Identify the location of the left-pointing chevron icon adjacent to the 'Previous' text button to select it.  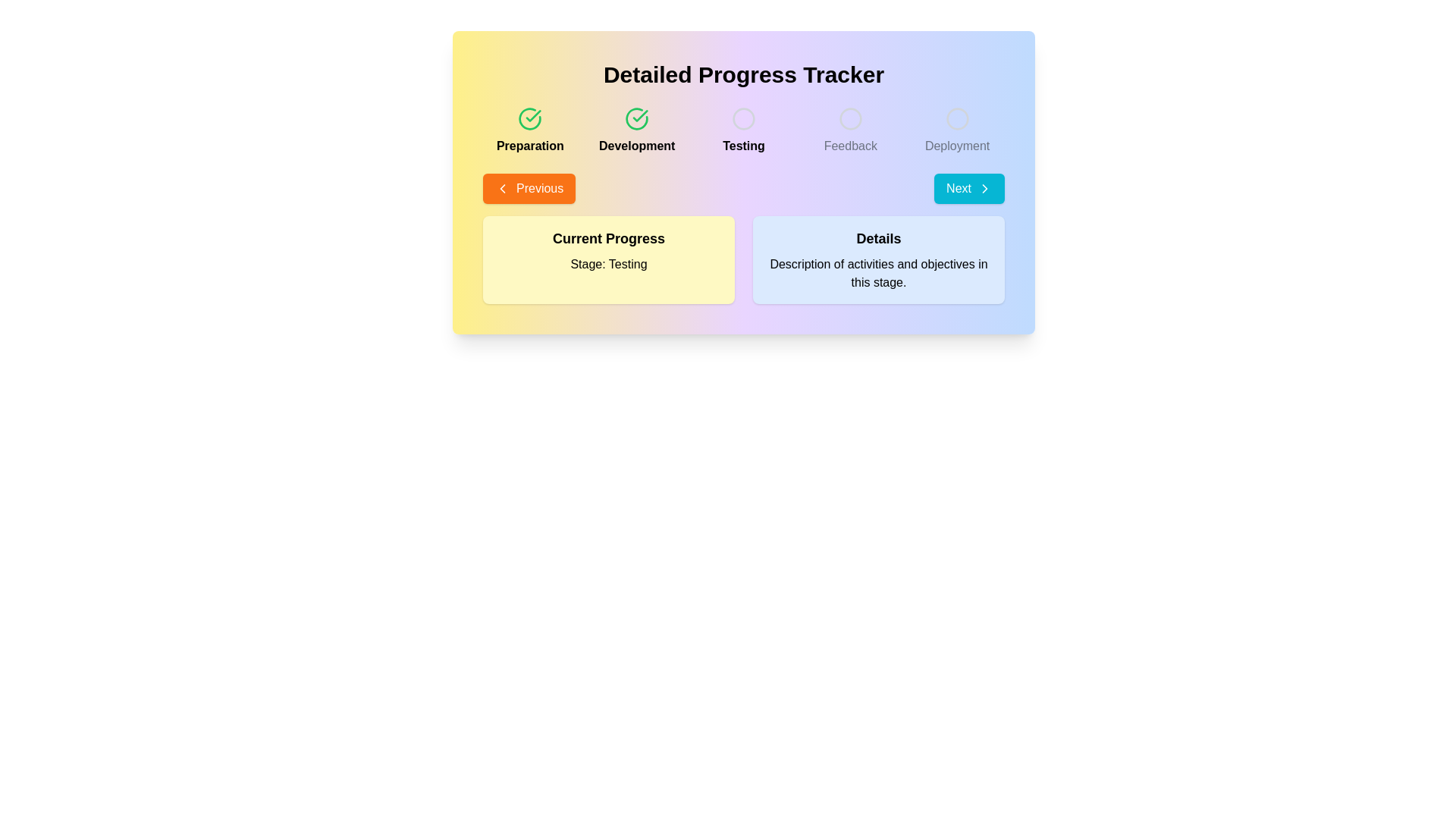
(502, 188).